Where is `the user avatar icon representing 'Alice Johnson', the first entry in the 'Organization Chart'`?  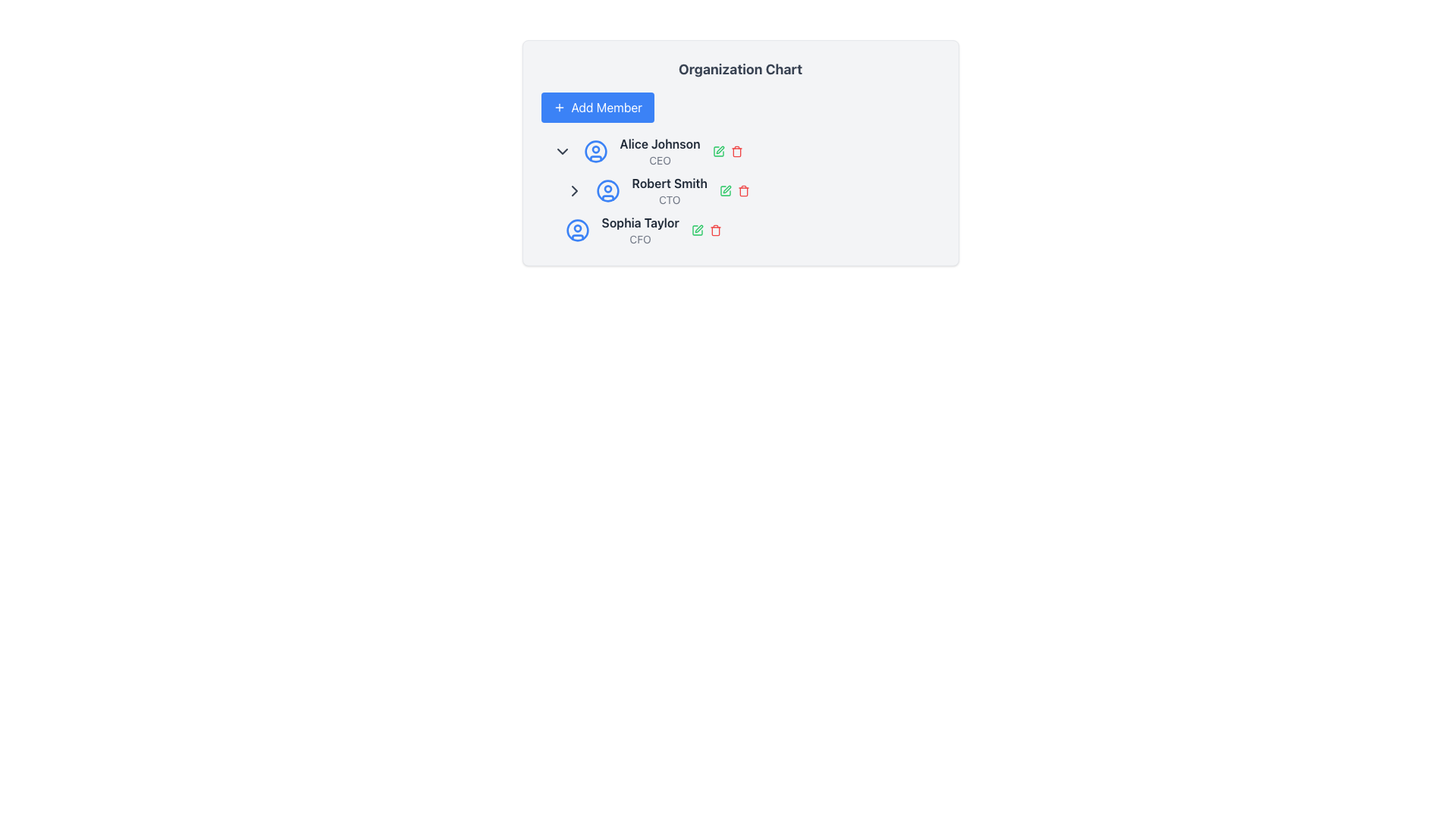 the user avatar icon representing 'Alice Johnson', the first entry in the 'Organization Chart' is located at coordinates (595, 152).